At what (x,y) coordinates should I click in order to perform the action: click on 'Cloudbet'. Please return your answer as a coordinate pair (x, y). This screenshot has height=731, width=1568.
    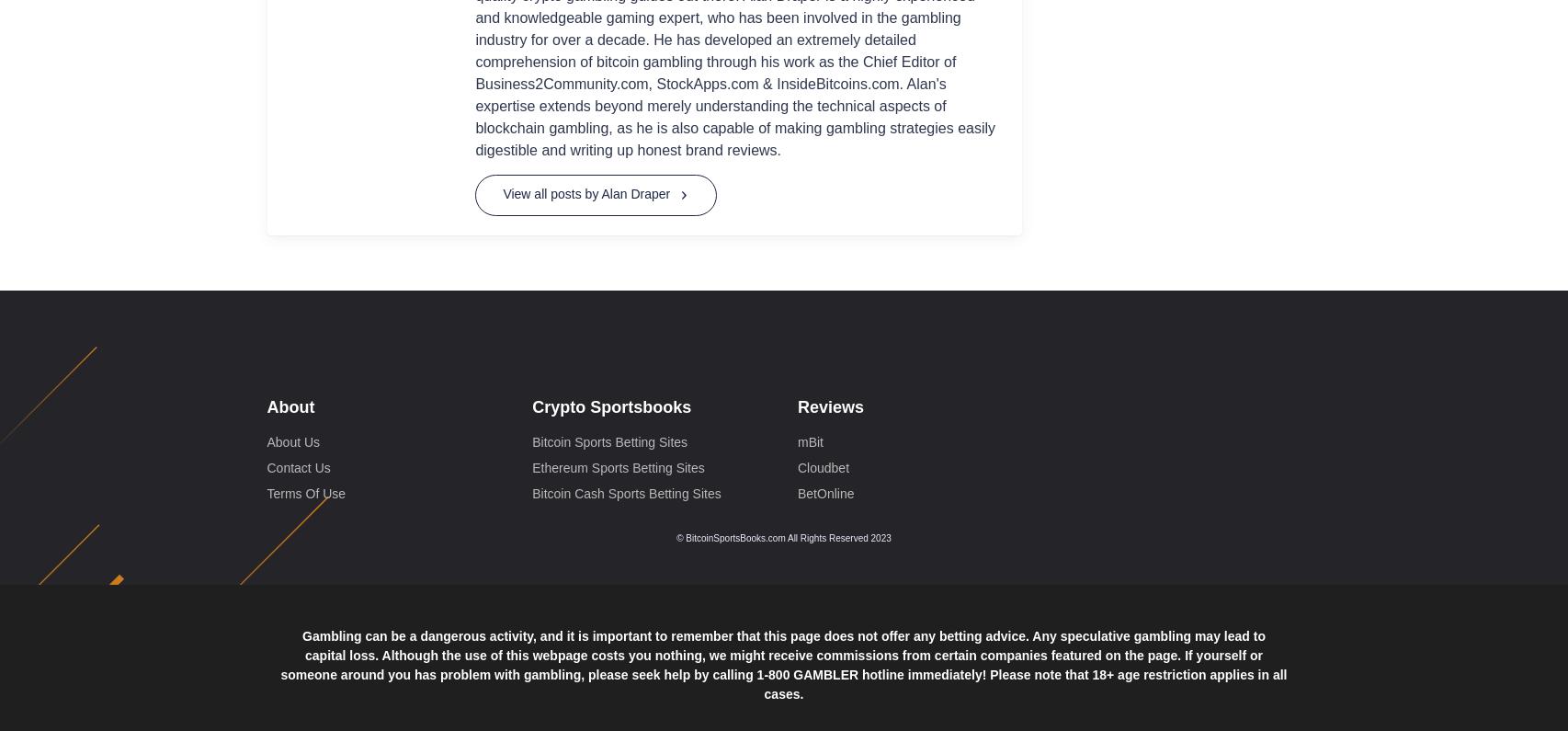
    Looking at the image, I should click on (823, 130).